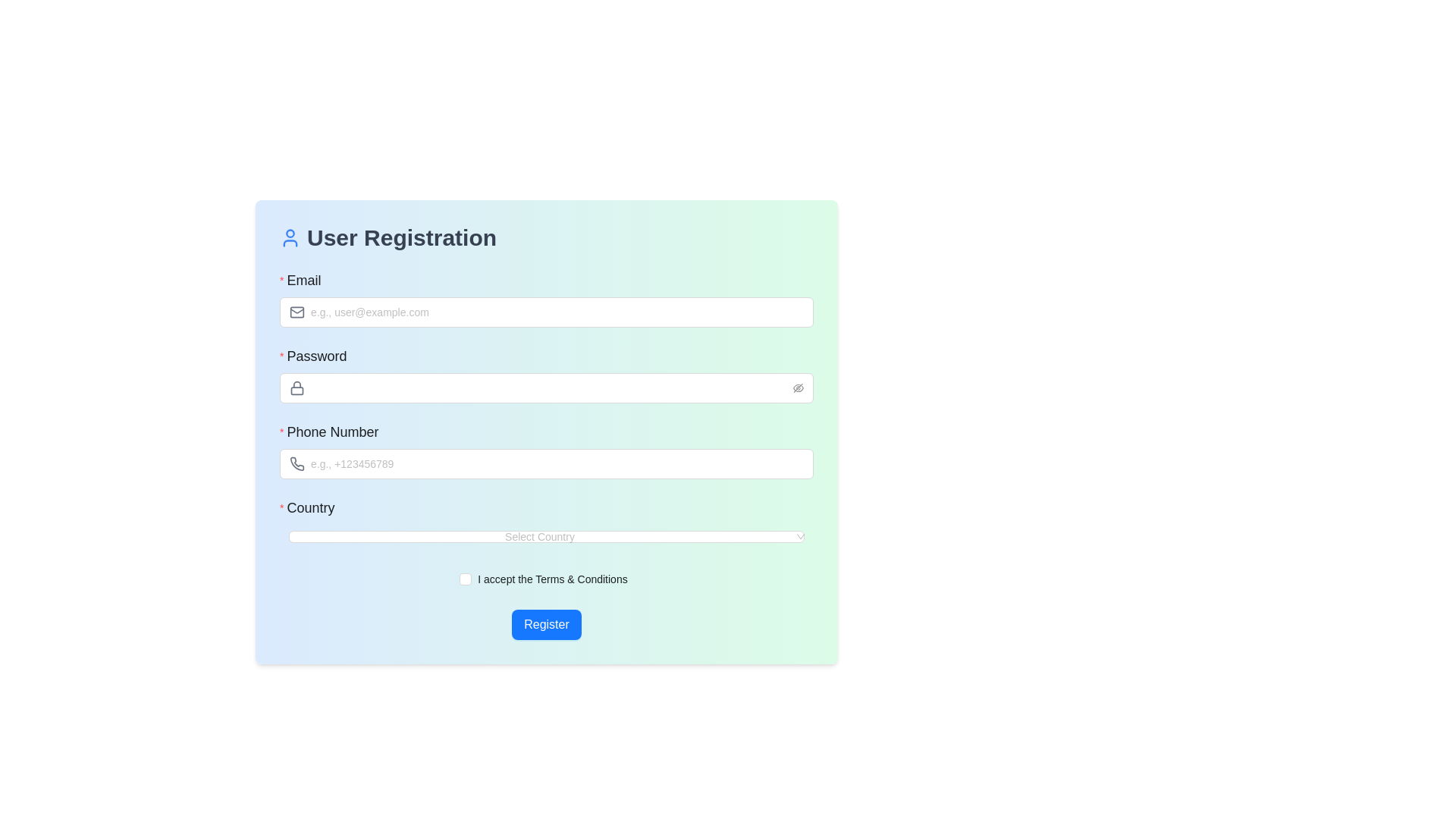 The width and height of the screenshot is (1456, 819). Describe the element at coordinates (297, 463) in the screenshot. I see `the minimalist gray phone receiver icon located beside the 'Phone Number' input field in the registration form interface` at that location.